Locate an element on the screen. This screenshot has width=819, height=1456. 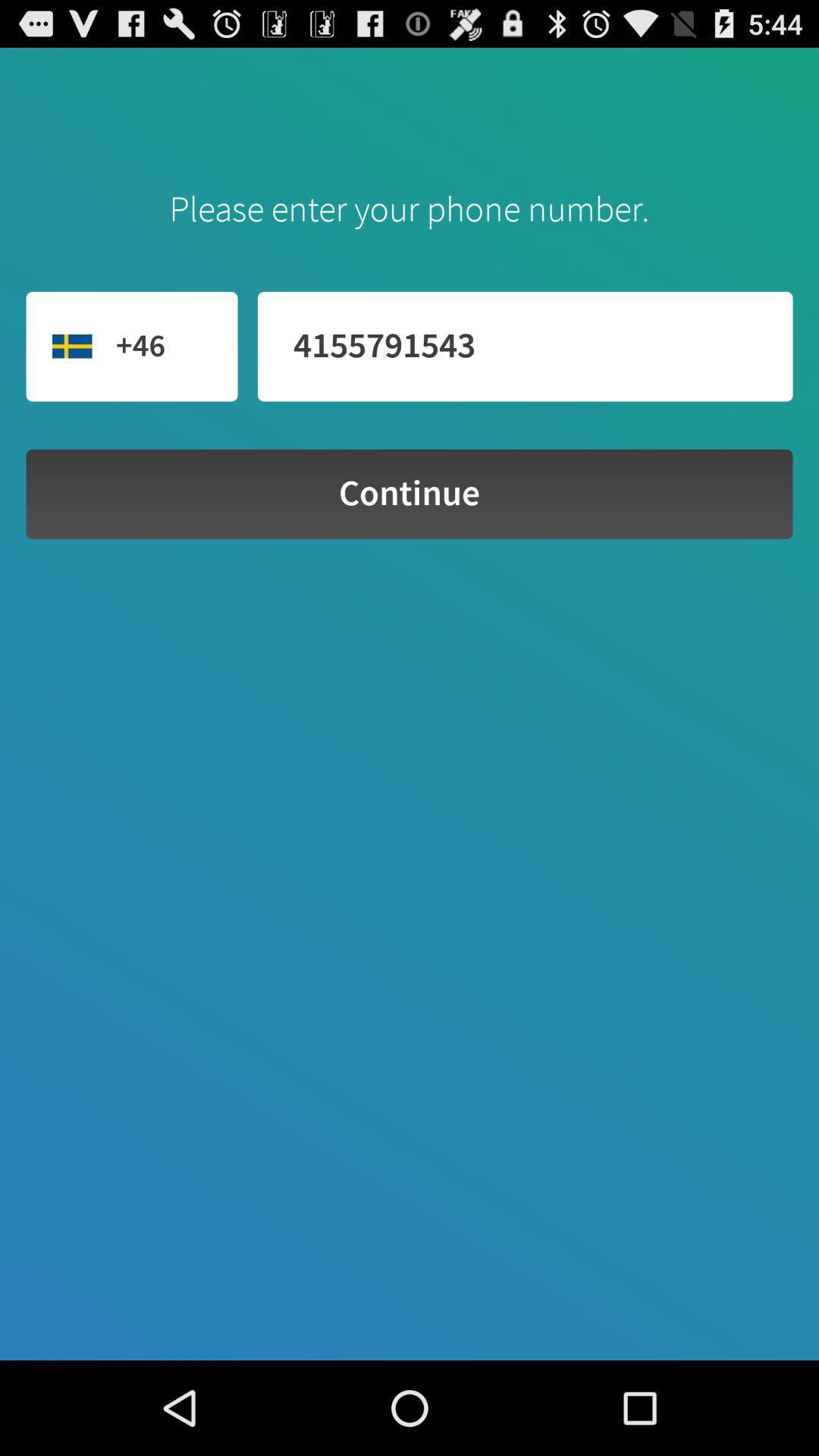
continue is located at coordinates (409, 494).